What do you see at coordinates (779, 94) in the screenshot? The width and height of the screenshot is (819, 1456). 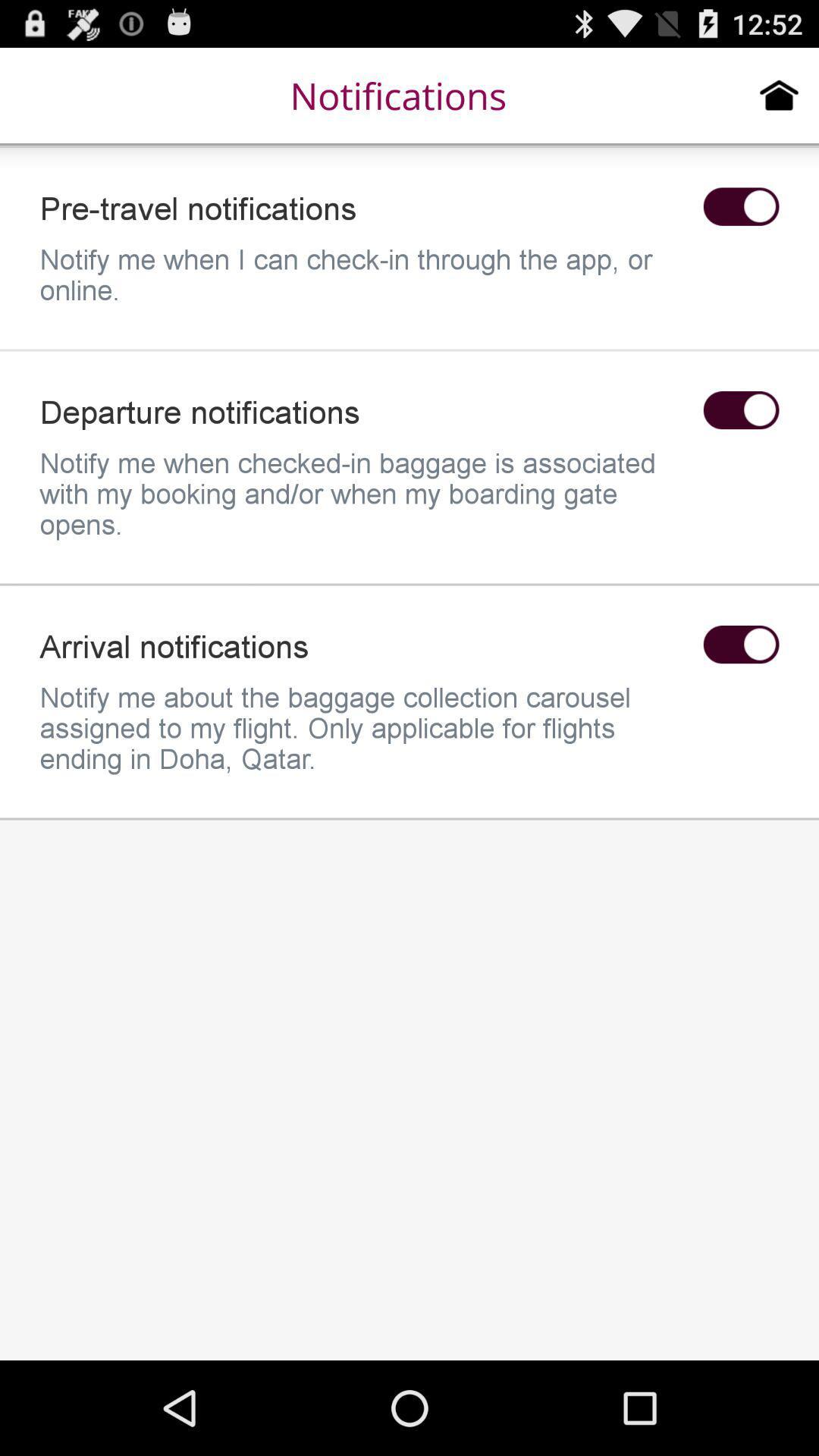 I see `icon next to notifications icon` at bounding box center [779, 94].